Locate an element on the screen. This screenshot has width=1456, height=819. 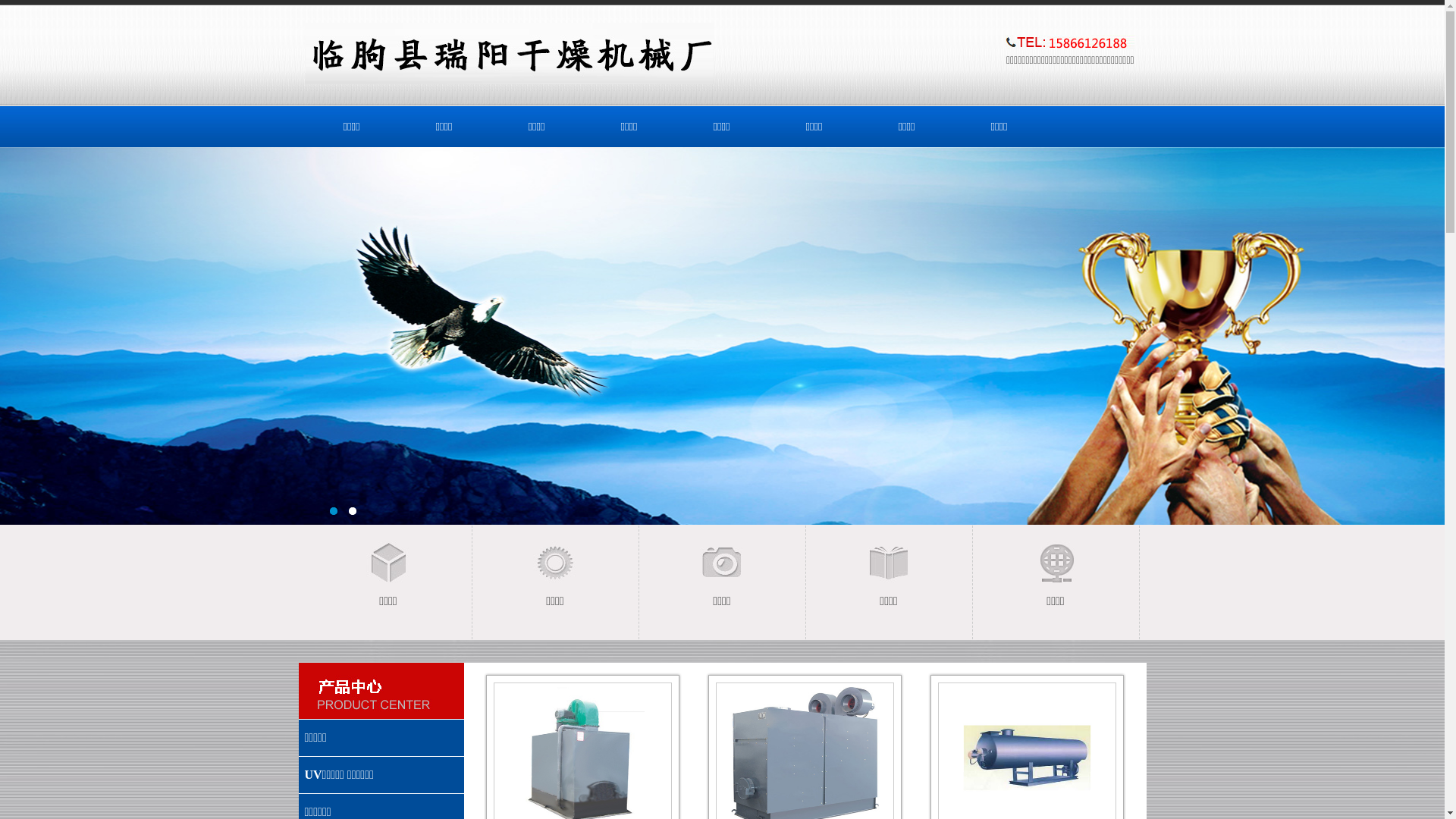
'2' is located at coordinates (352, 513).